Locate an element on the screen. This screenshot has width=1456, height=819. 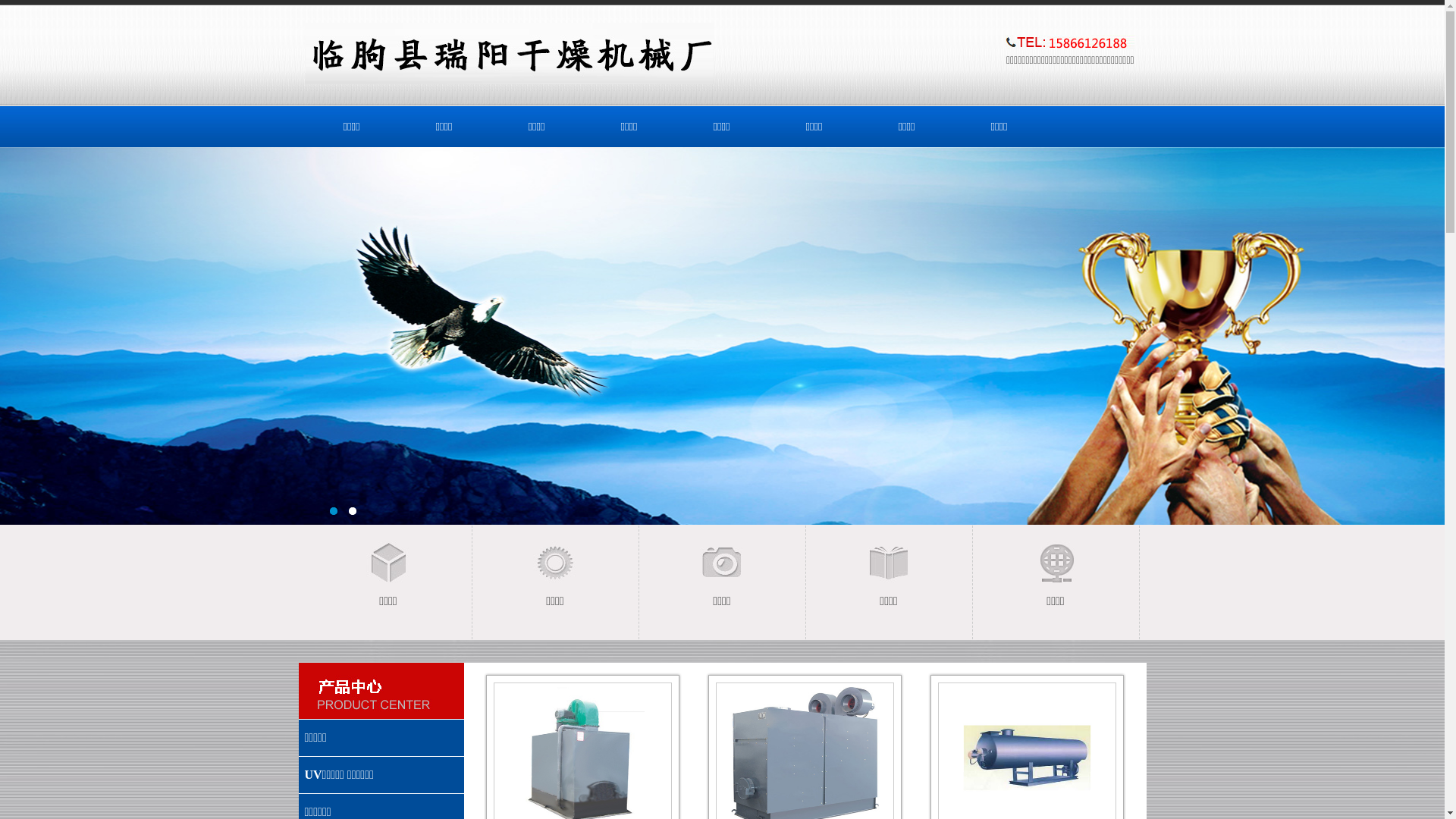
'2' is located at coordinates (352, 513).